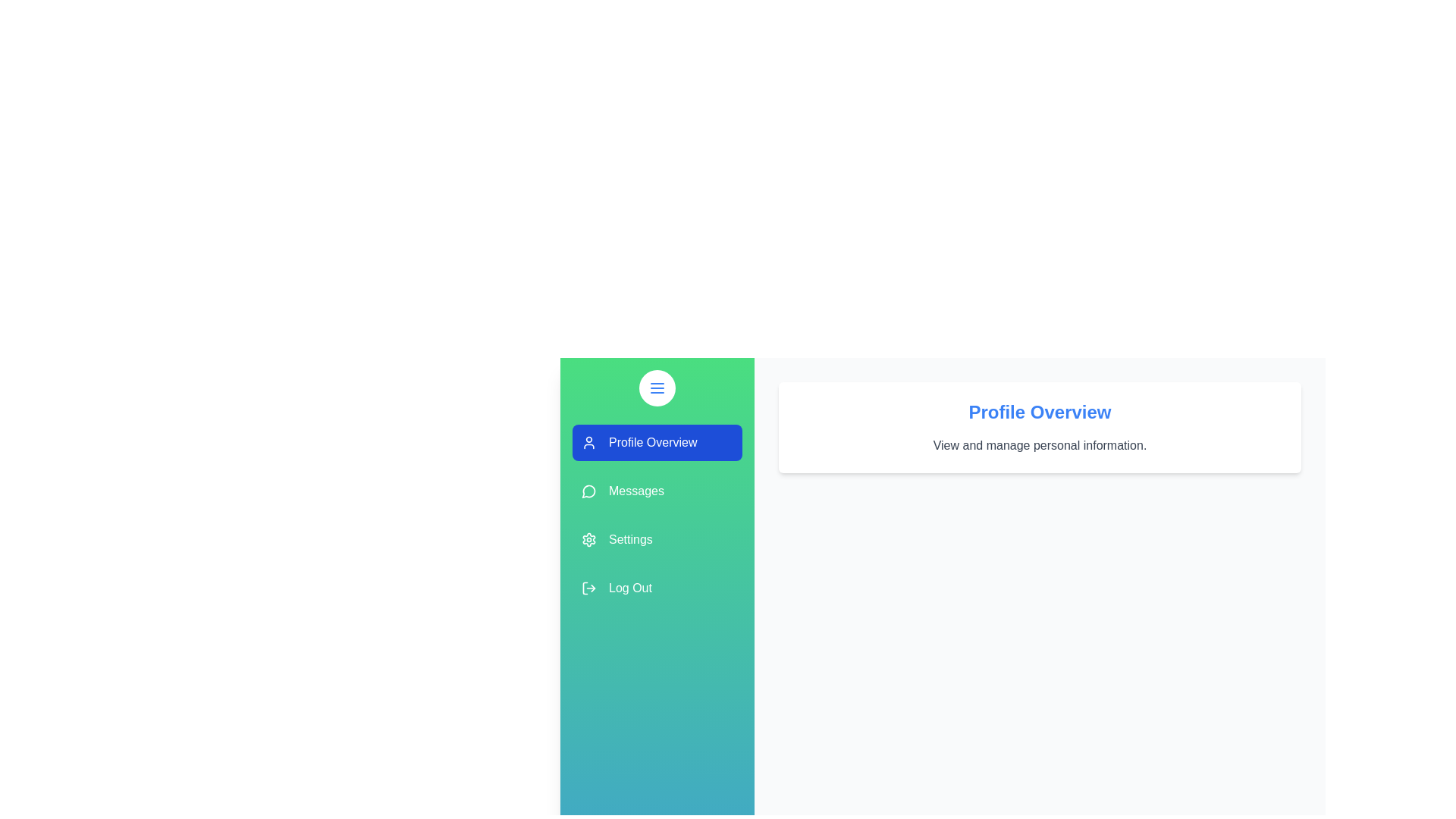 This screenshot has height=819, width=1456. I want to click on the section Settings by clicking on its corresponding area, so click(657, 539).